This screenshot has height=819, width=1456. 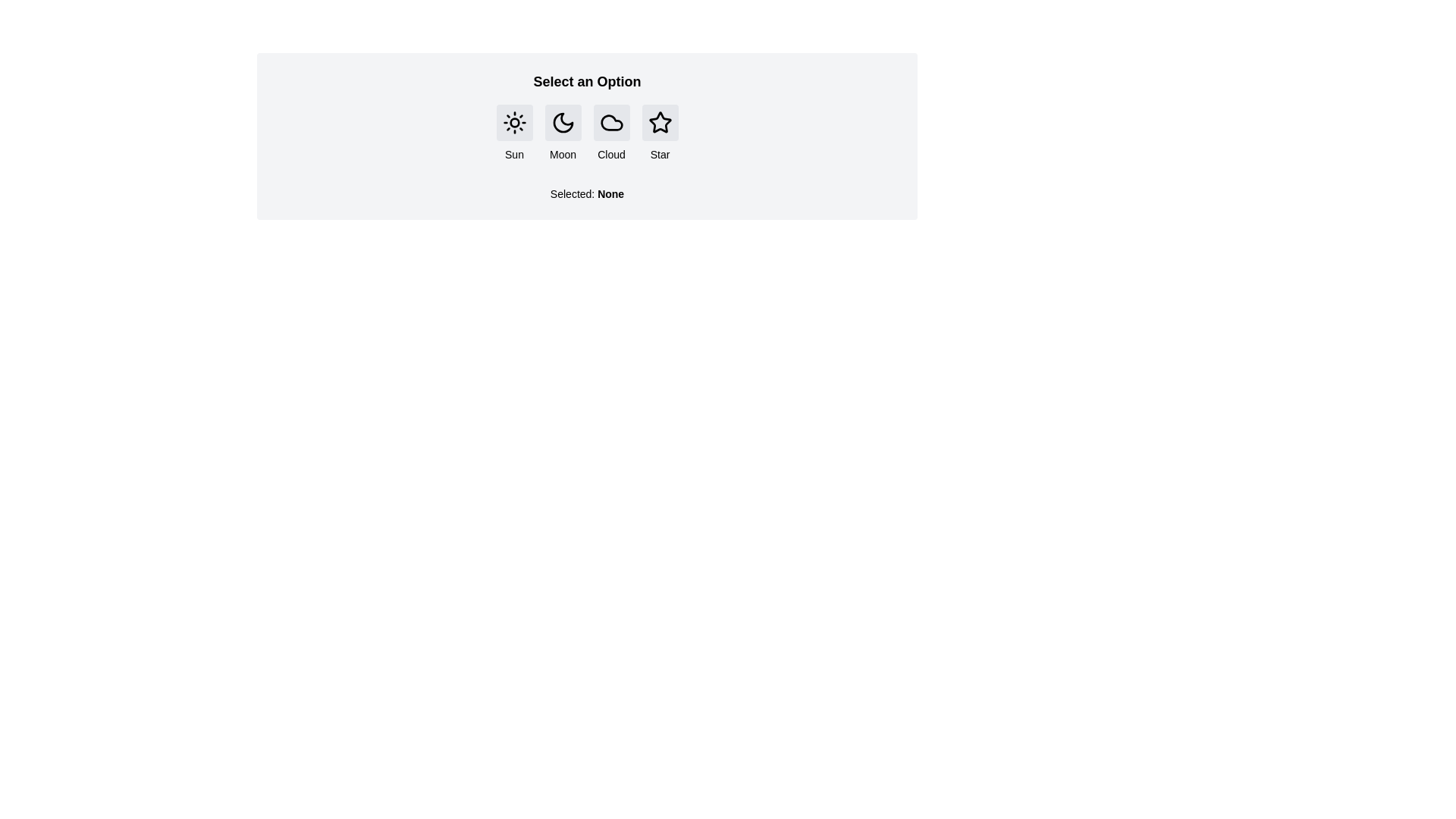 What do you see at coordinates (586, 187) in the screenshot?
I see `the text label that indicates the currently selected option, which displays 'Selected: None' by default and is located beneath the icons for 'Sun', 'Moon', 'Cloud', and 'Star'` at bounding box center [586, 187].